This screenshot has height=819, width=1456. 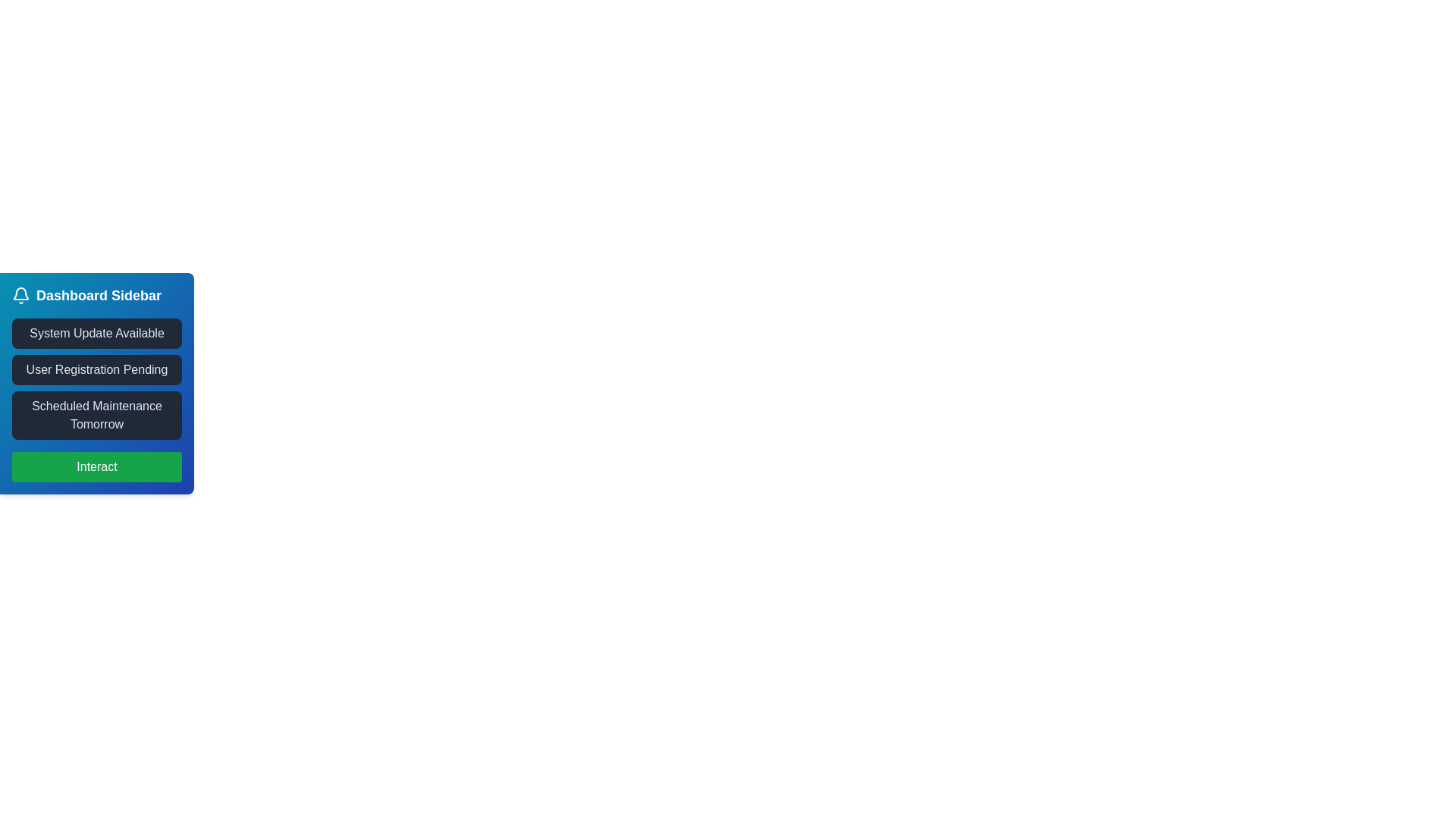 I want to click on the bell icon located to the left of the 'Dashboard Sidebar' text in the sidebar, which serves as a notification indicator, so click(x=21, y=295).